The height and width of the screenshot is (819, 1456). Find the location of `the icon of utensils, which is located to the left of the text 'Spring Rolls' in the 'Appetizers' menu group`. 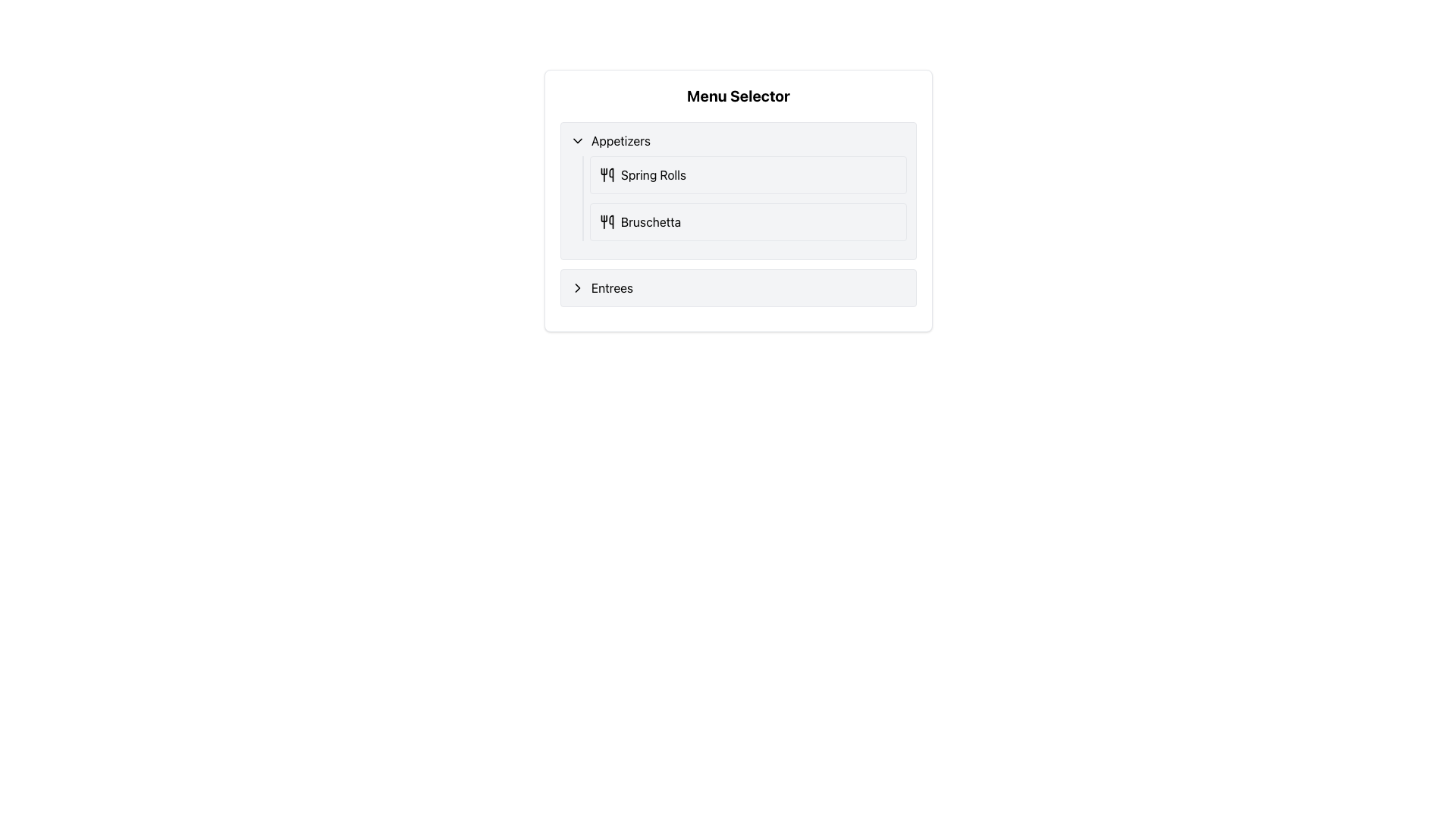

the icon of utensils, which is located to the left of the text 'Spring Rolls' in the 'Appetizers' menu group is located at coordinates (607, 174).